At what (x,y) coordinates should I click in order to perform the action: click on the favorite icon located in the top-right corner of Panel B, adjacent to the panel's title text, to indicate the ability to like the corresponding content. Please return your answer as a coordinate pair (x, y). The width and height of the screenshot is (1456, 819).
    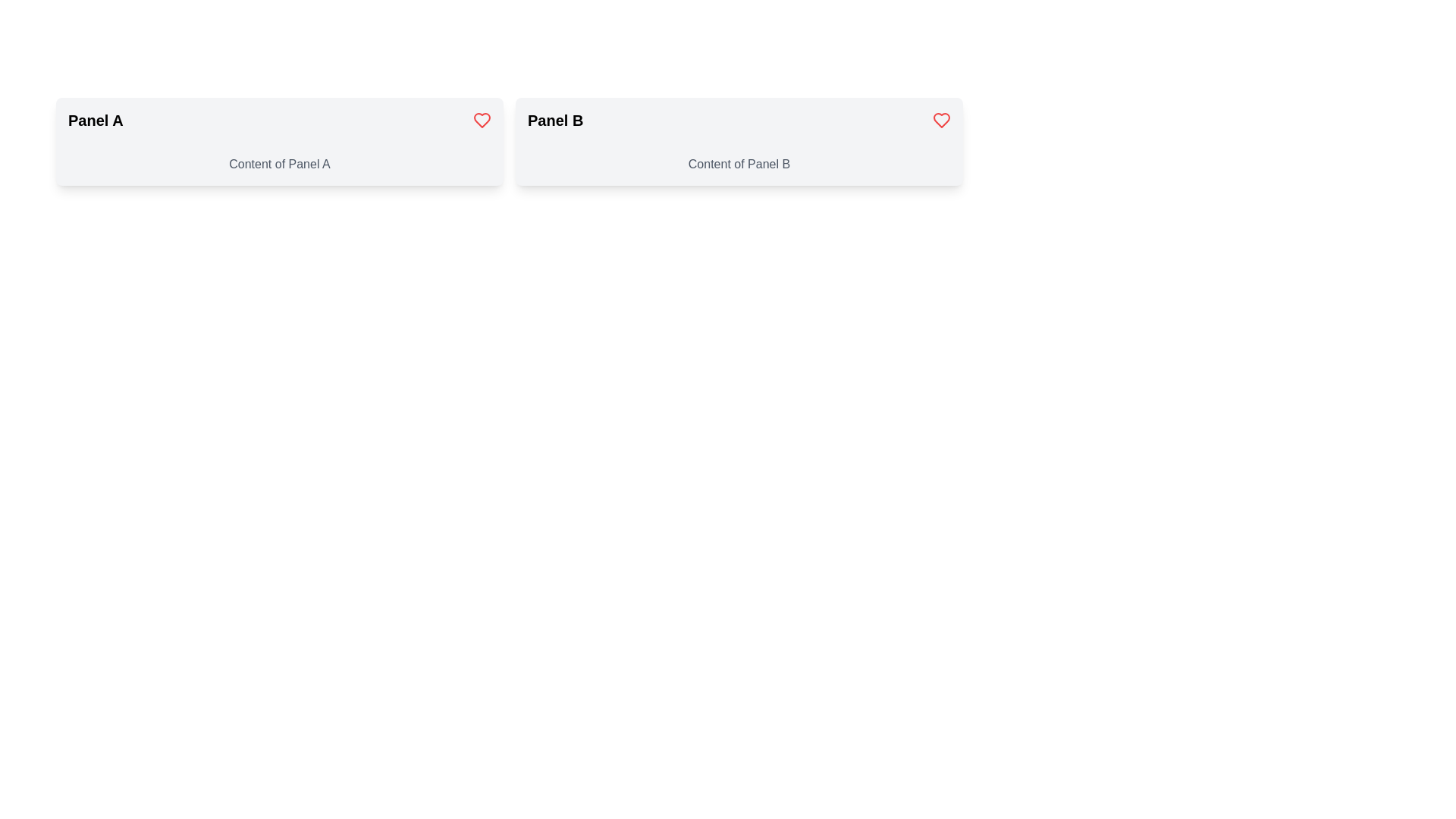
    Looking at the image, I should click on (941, 119).